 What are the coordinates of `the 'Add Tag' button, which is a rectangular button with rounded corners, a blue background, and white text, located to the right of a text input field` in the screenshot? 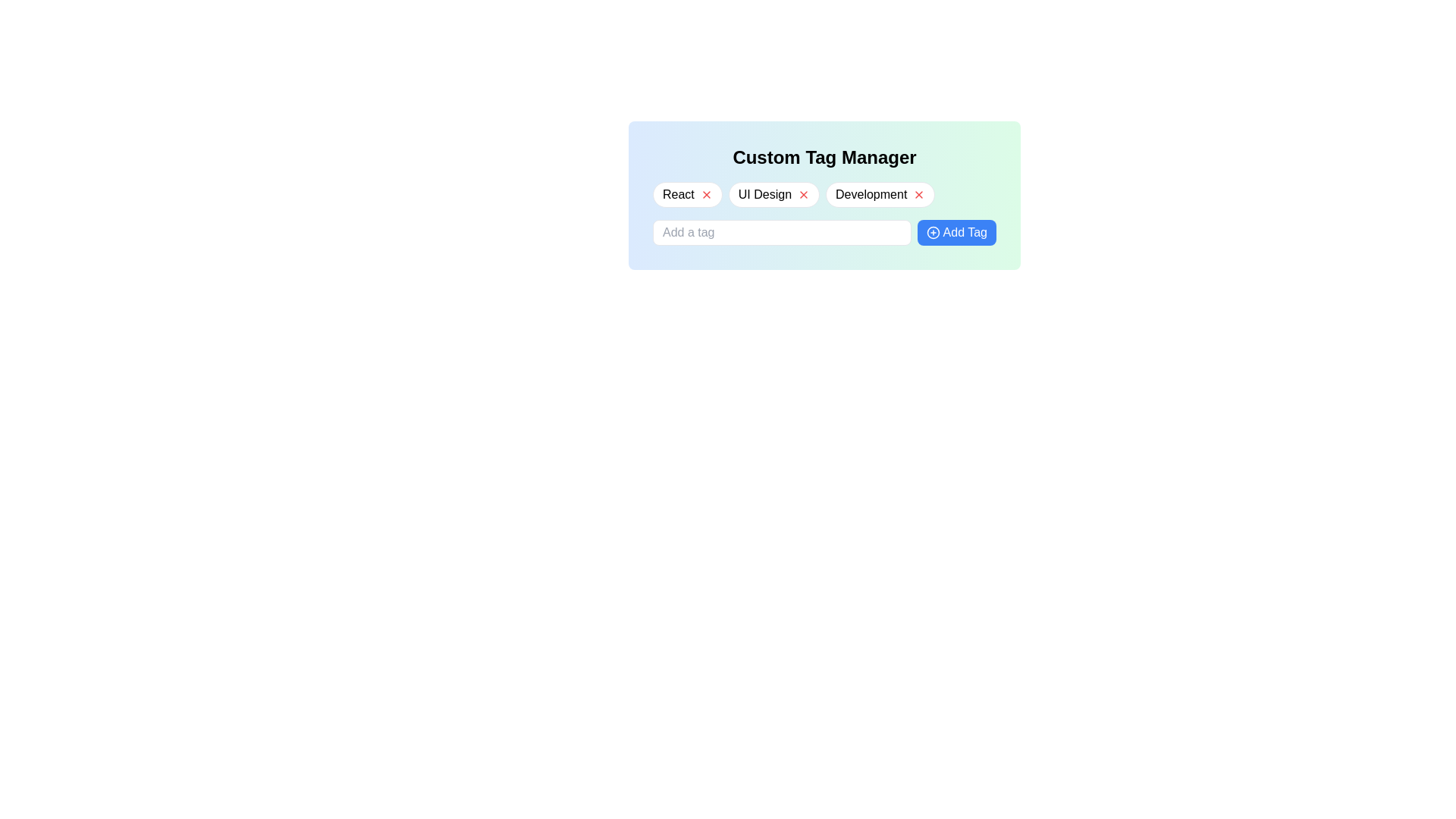 It's located at (955, 233).